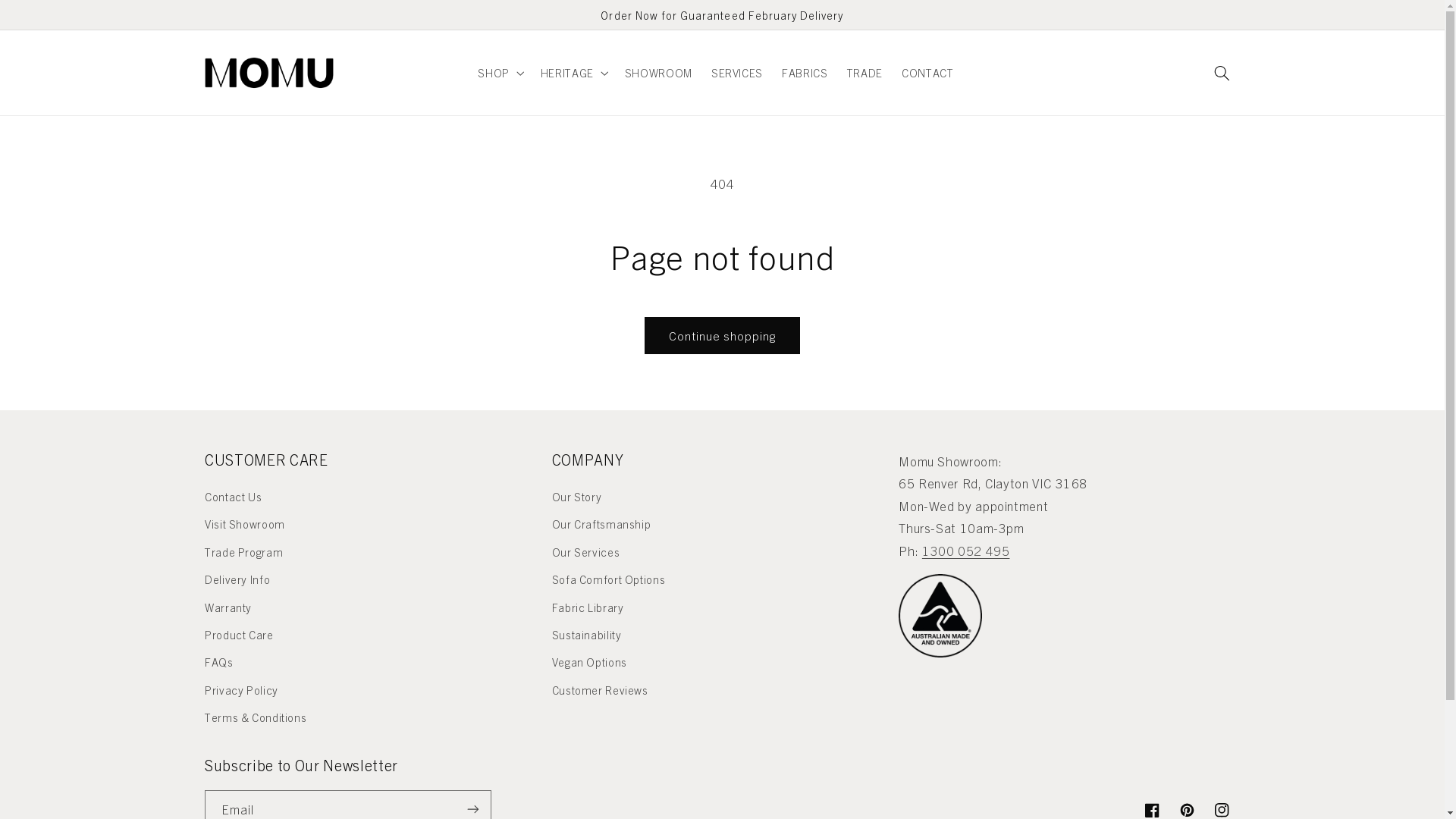 This screenshot has height=819, width=1456. Describe the element at coordinates (772, 73) in the screenshot. I see `'FABRICS'` at that location.